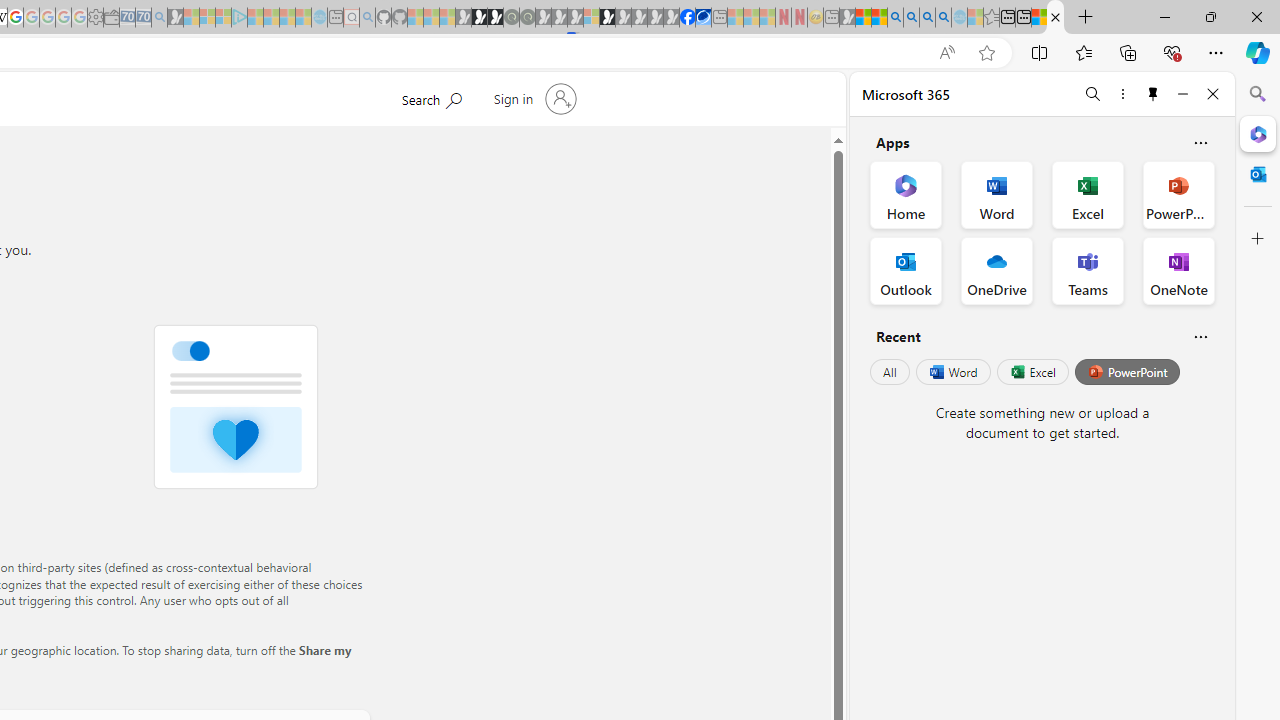 The width and height of the screenshot is (1280, 720). Describe the element at coordinates (1127, 372) in the screenshot. I see `'PowerPoint'` at that location.